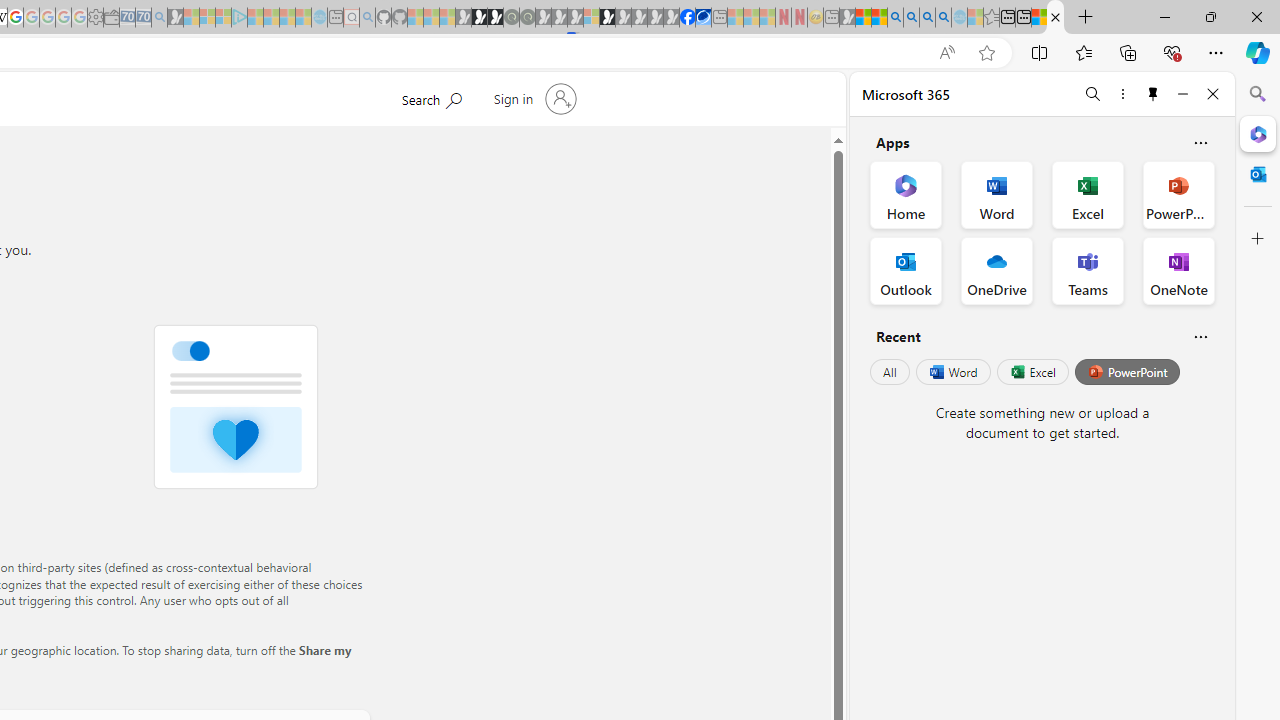 The width and height of the screenshot is (1280, 720). Describe the element at coordinates (1127, 372) in the screenshot. I see `'PowerPoint'` at that location.